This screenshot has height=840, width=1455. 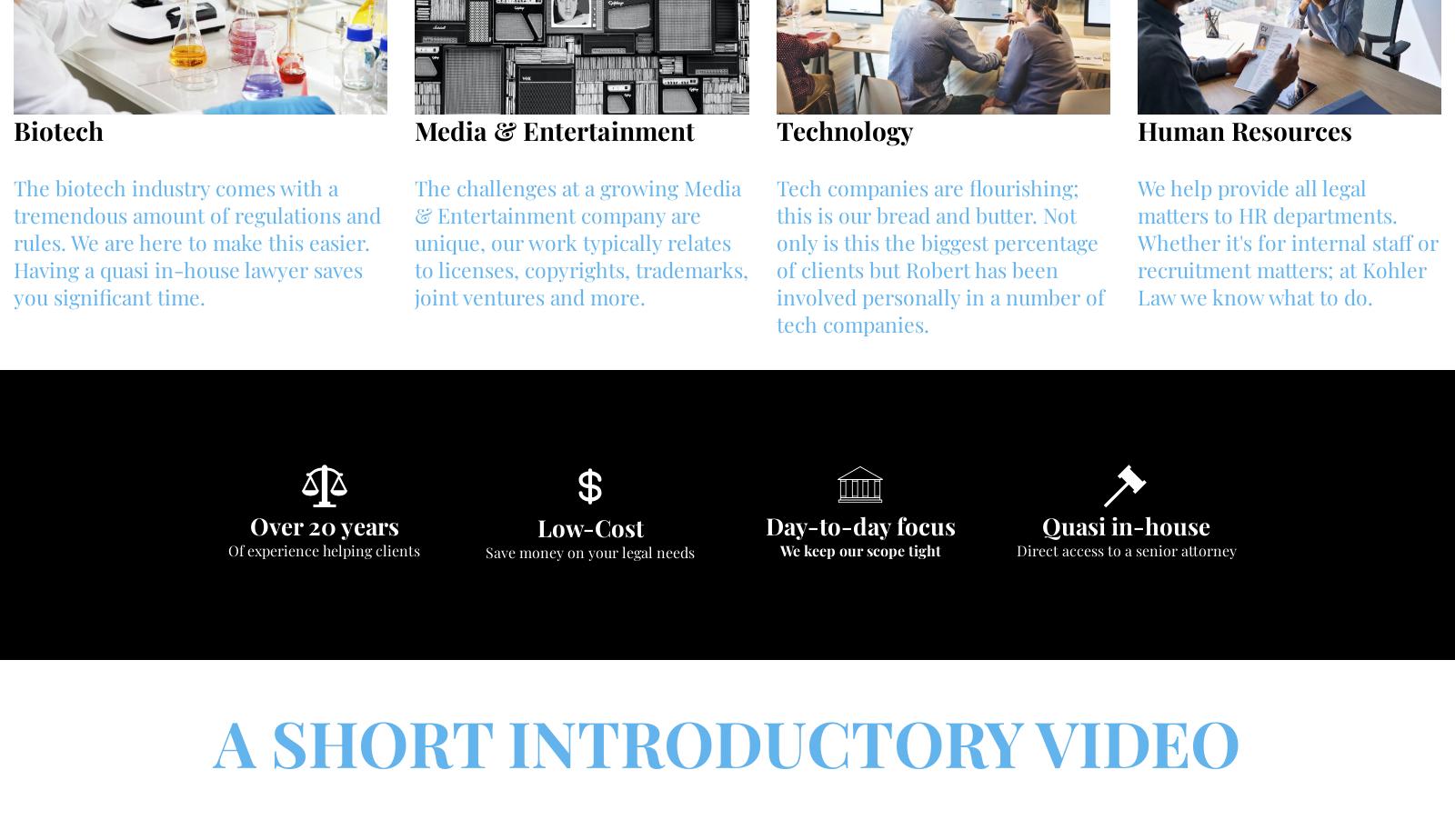 What do you see at coordinates (589, 551) in the screenshot?
I see `'Save money on your legal needs'` at bounding box center [589, 551].